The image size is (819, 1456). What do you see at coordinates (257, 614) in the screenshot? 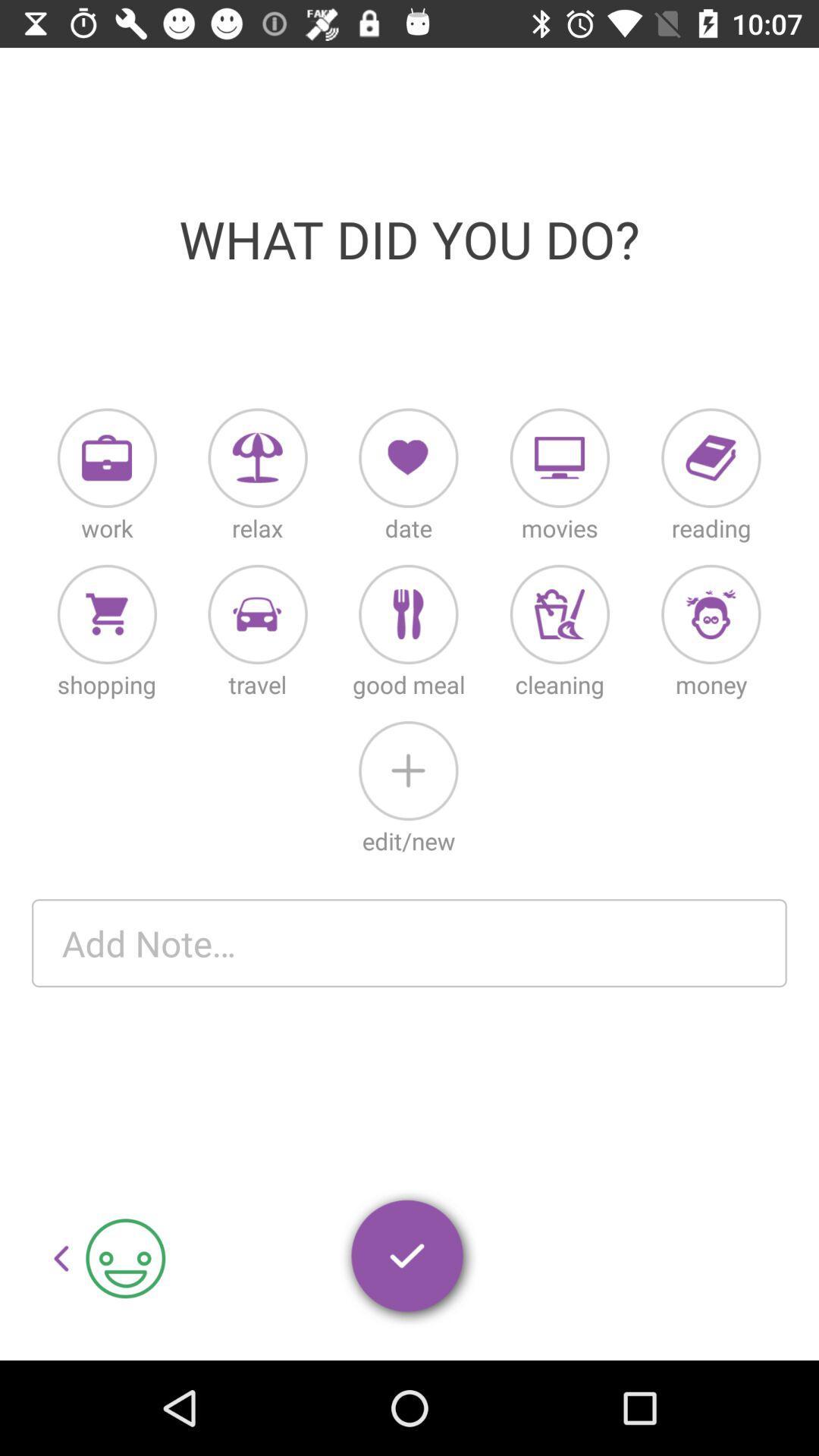
I see `get driving directions to the place` at bounding box center [257, 614].